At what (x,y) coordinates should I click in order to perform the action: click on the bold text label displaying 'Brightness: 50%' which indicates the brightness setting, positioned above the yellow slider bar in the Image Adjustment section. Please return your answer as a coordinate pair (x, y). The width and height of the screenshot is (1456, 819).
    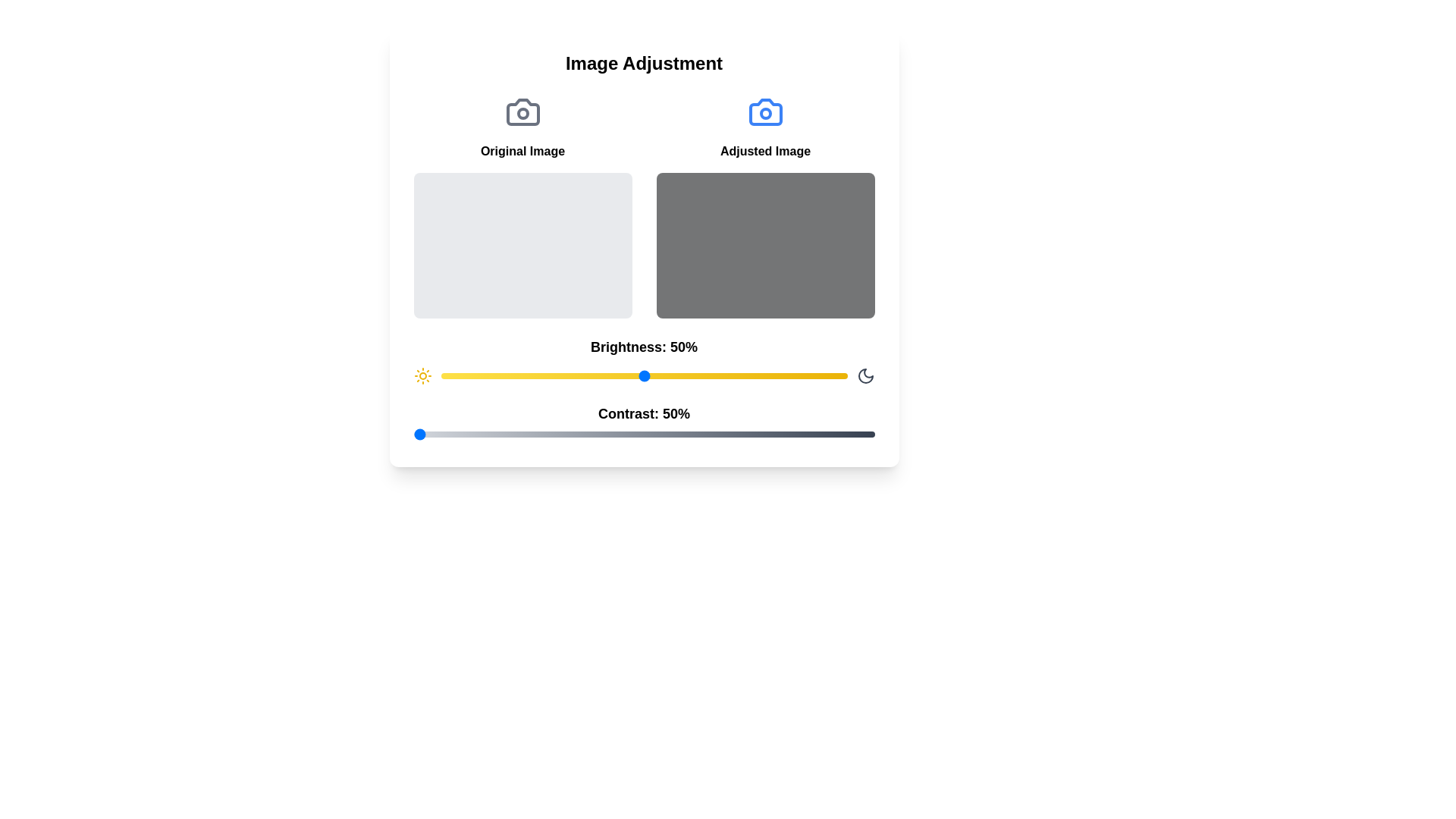
    Looking at the image, I should click on (644, 347).